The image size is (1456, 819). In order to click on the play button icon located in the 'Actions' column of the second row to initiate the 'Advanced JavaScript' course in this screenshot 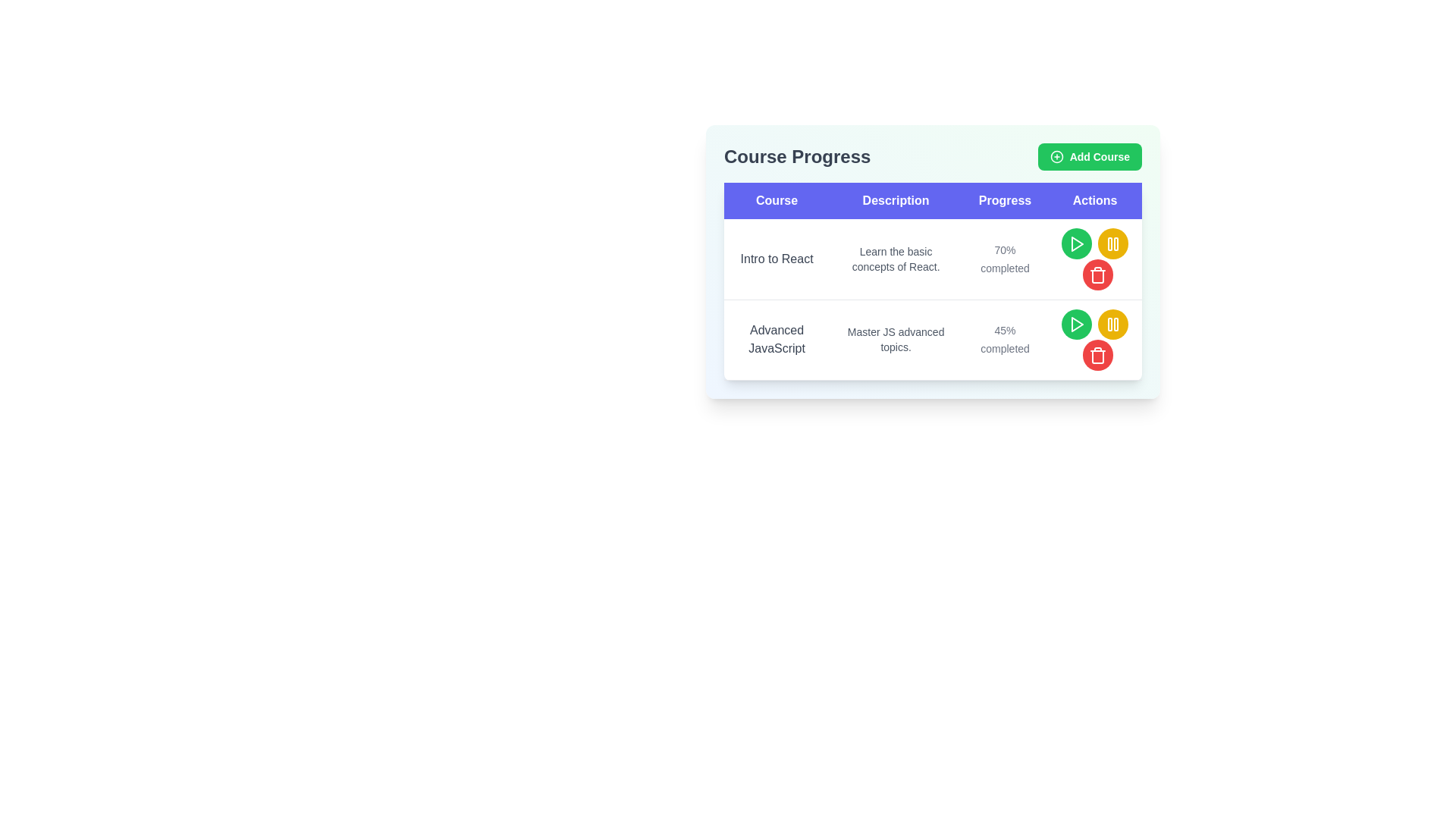, I will do `click(1076, 243)`.